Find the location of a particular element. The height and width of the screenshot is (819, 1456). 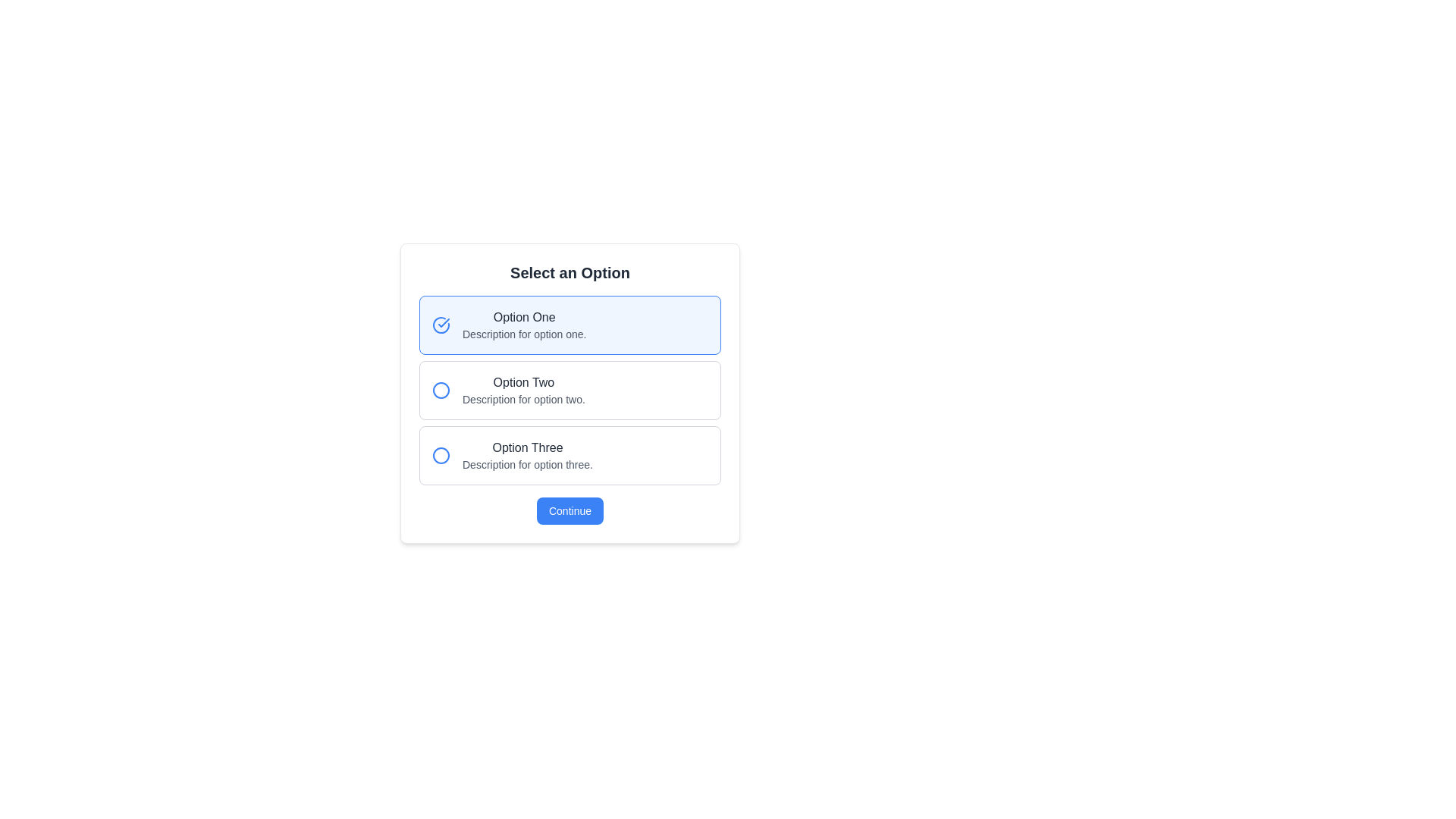

the second list item labeled 'Option Two' is located at coordinates (524, 390).